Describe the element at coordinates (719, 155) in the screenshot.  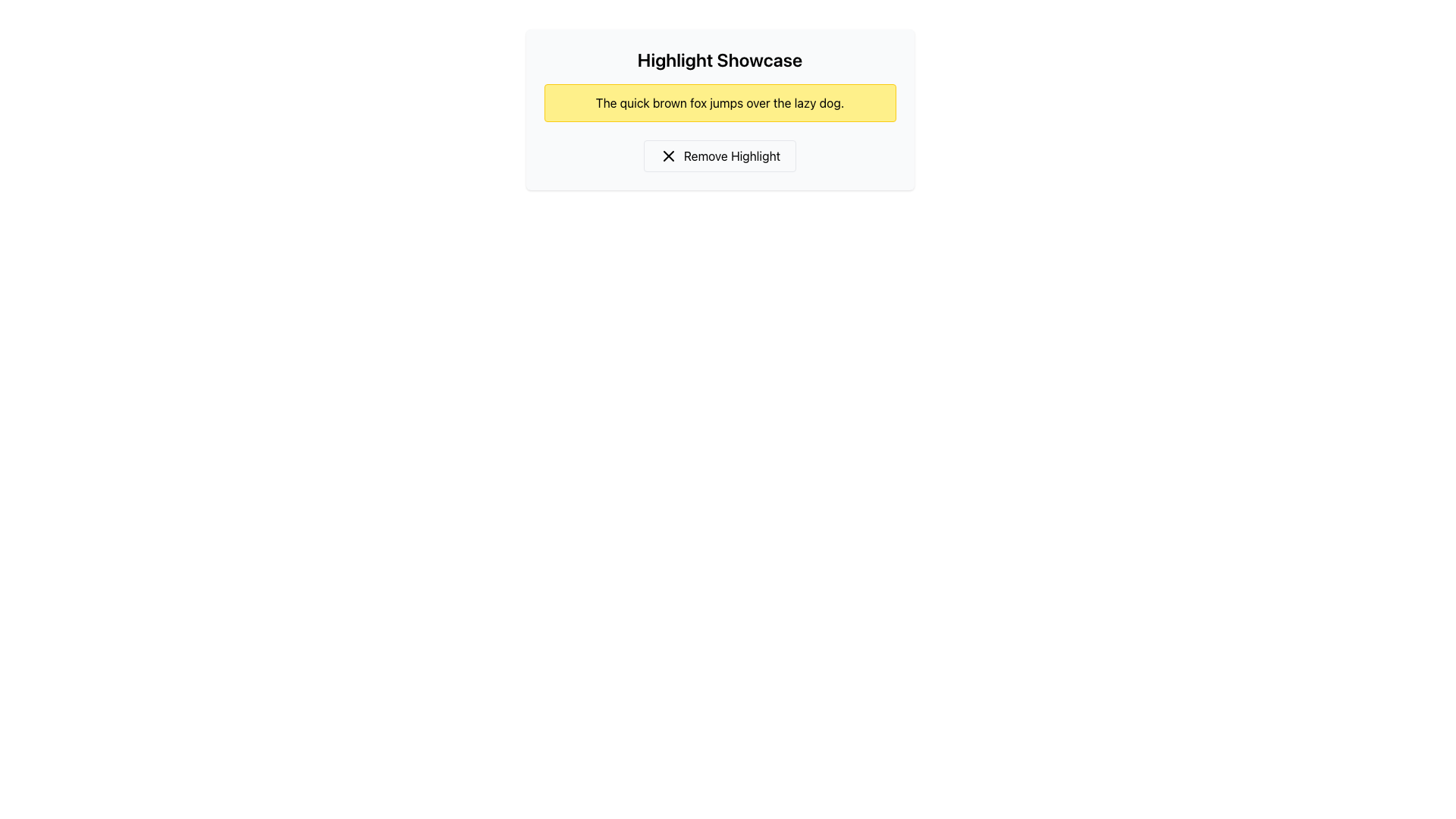
I see `the button located at the bottom of the 'Highlight Showcase' section` at that location.